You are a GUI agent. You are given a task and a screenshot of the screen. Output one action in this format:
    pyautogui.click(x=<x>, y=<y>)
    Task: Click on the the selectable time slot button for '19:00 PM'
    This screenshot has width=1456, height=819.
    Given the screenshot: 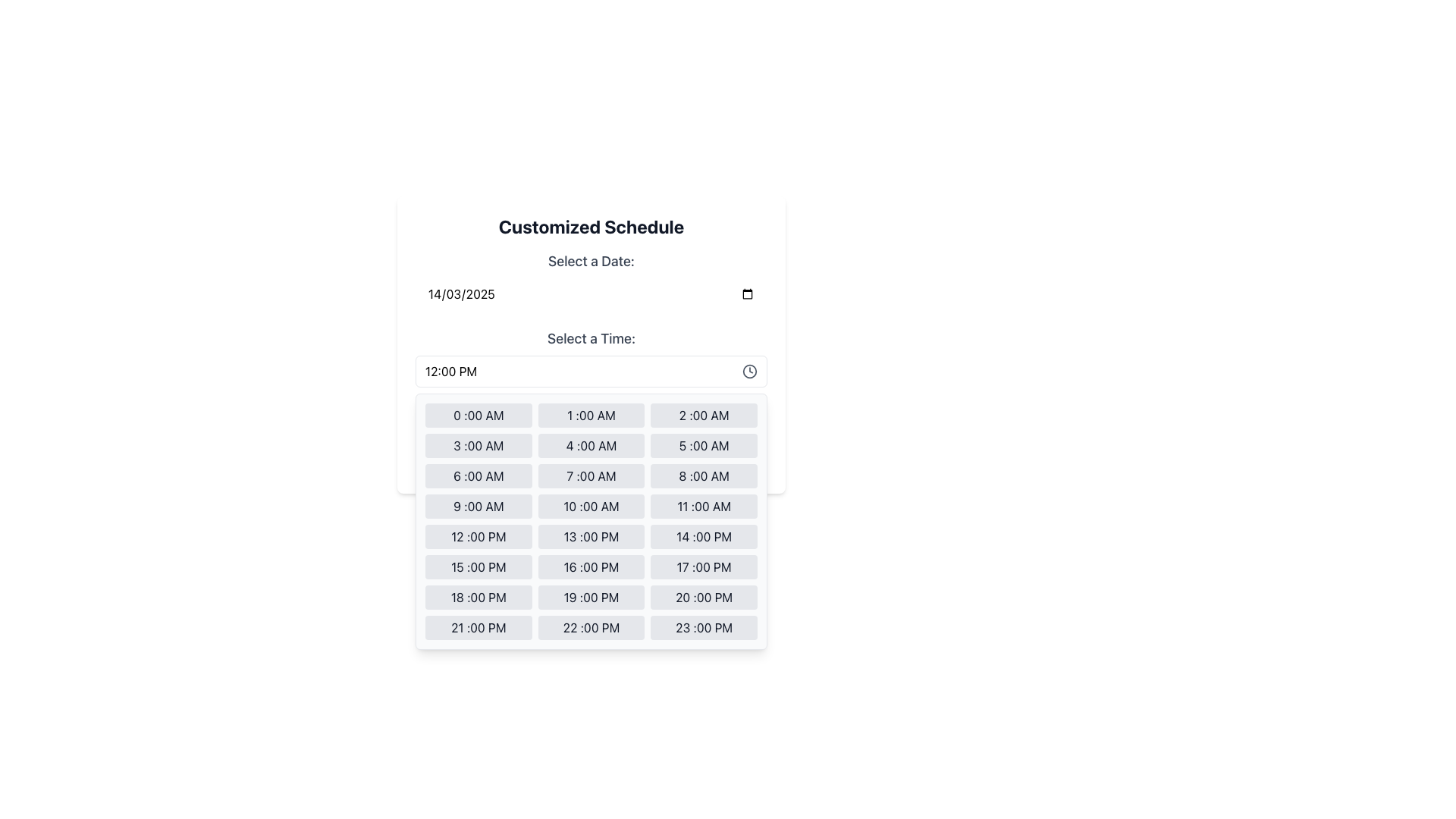 What is the action you would take?
    pyautogui.click(x=590, y=596)
    